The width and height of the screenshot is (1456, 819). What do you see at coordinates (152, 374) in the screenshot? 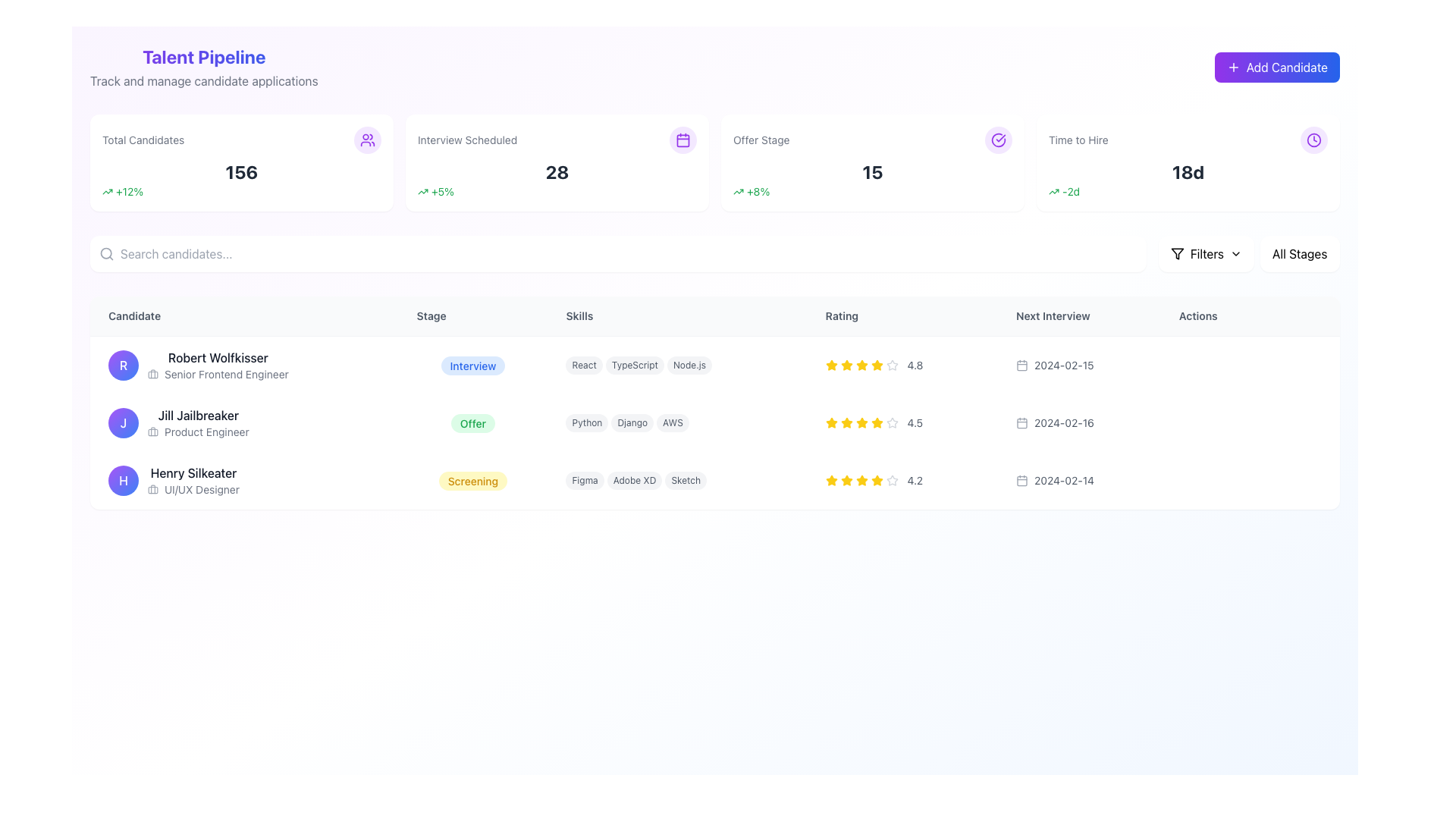
I see `the small light gray briefcase icon located next to the name 'Robert Wolfkisser' and the job title 'Senior Frontend Engineer.'` at bounding box center [152, 374].